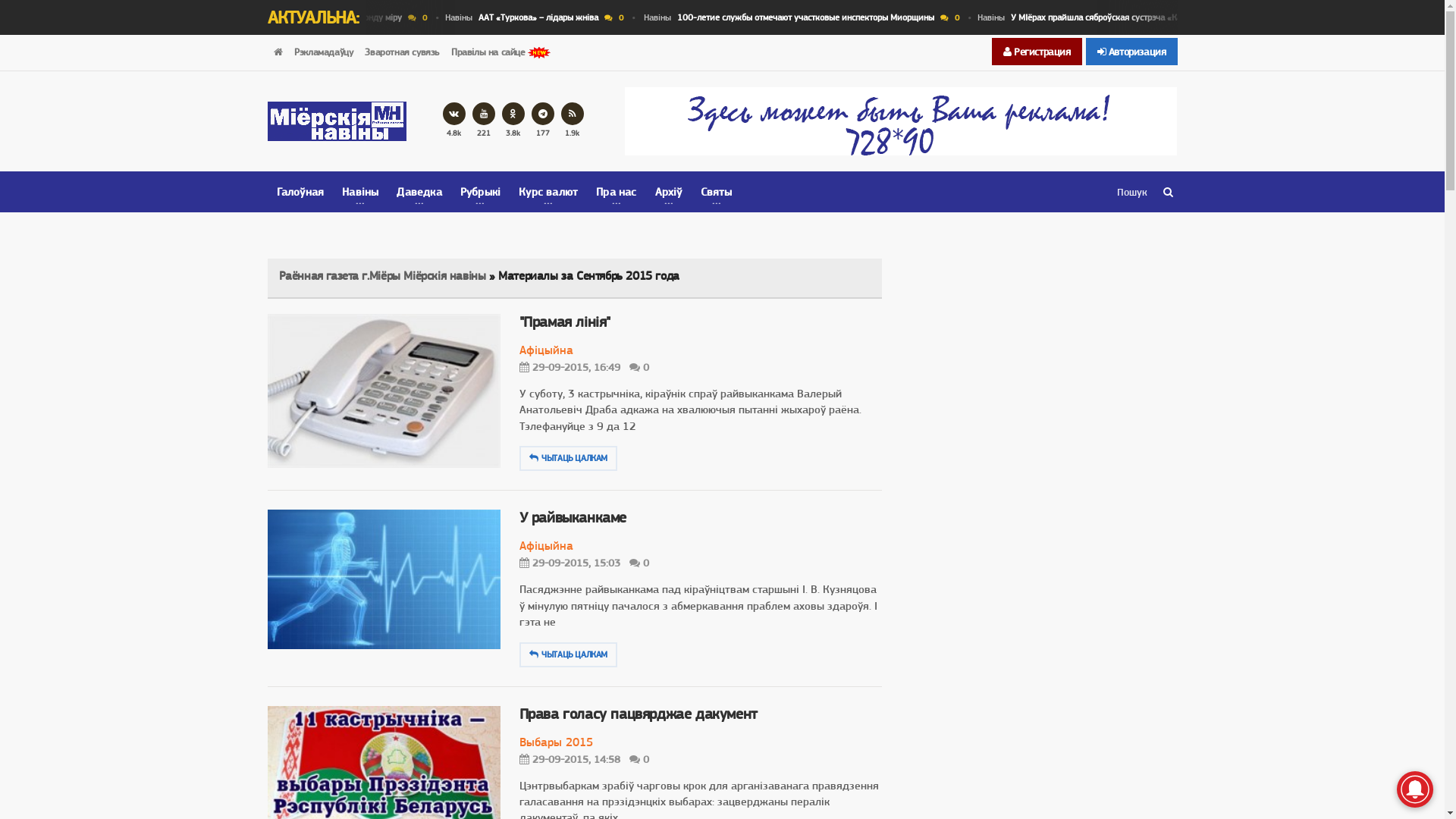 This screenshot has height=819, width=1456. I want to click on '221', so click(472, 119).